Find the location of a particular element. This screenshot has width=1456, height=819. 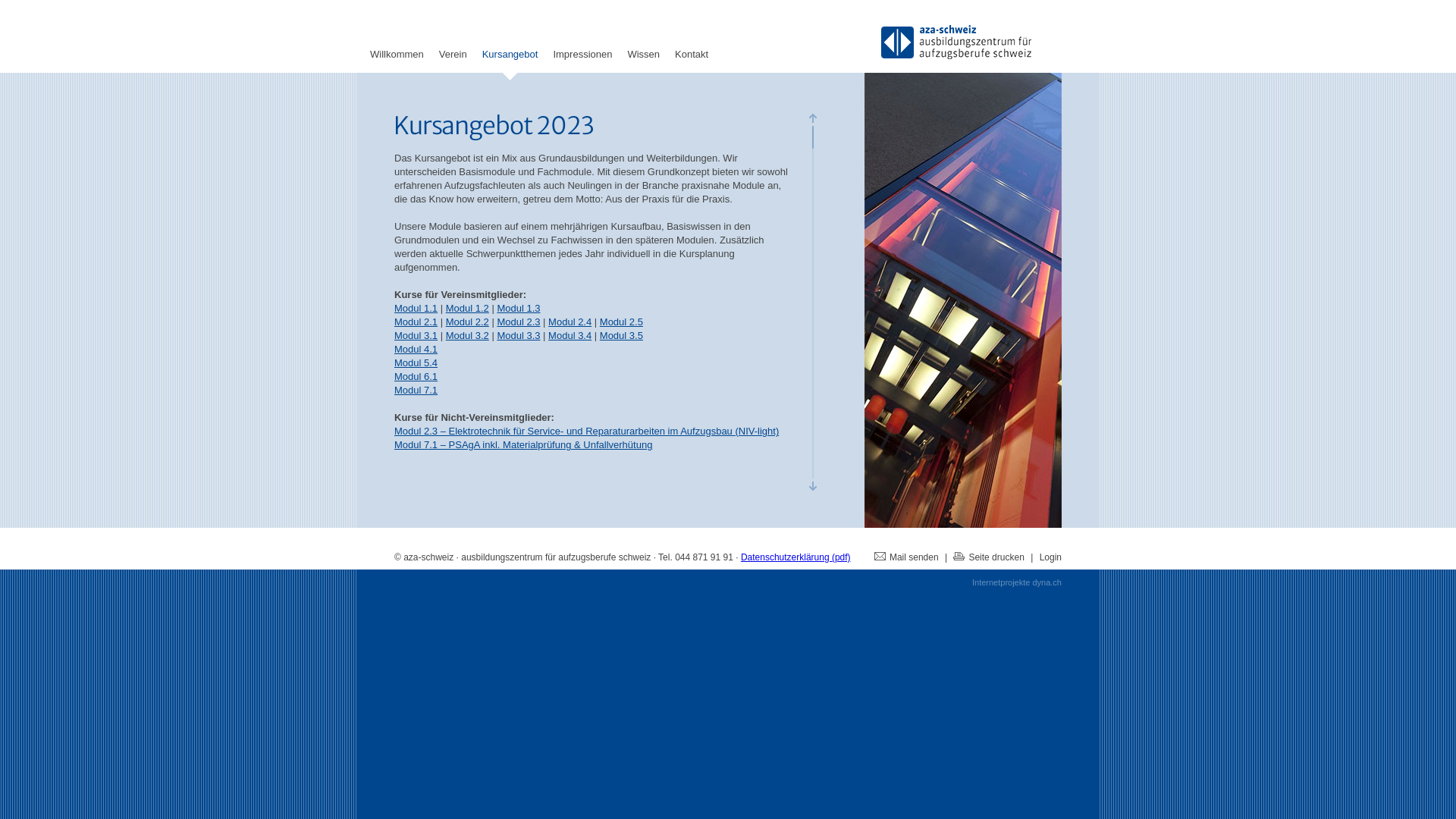

'Mail senden' is located at coordinates (906, 557).